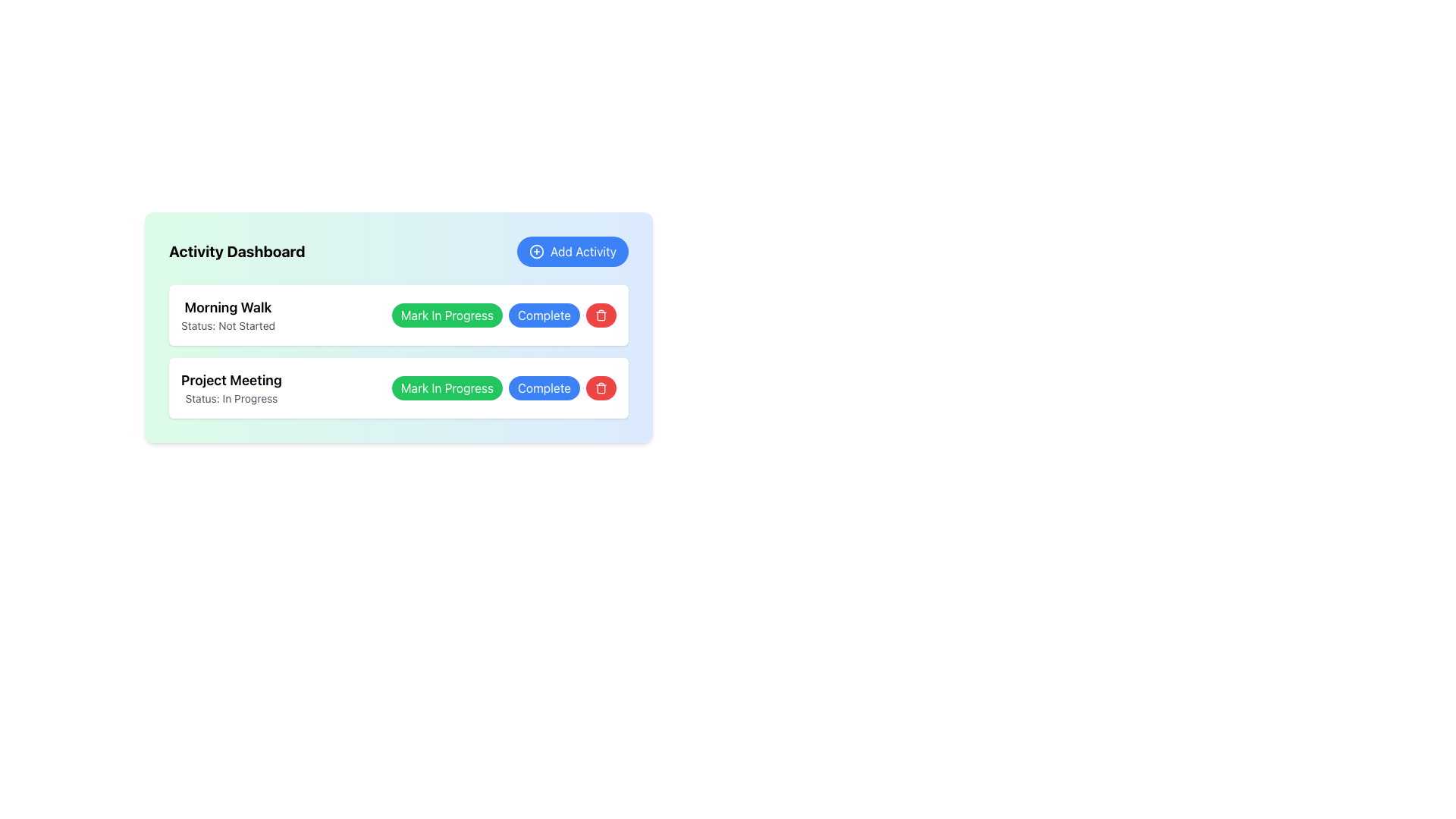 The width and height of the screenshot is (1456, 819). Describe the element at coordinates (600, 388) in the screenshot. I see `the trash can icon within the red circular button at the far-right end of the button group` at that location.